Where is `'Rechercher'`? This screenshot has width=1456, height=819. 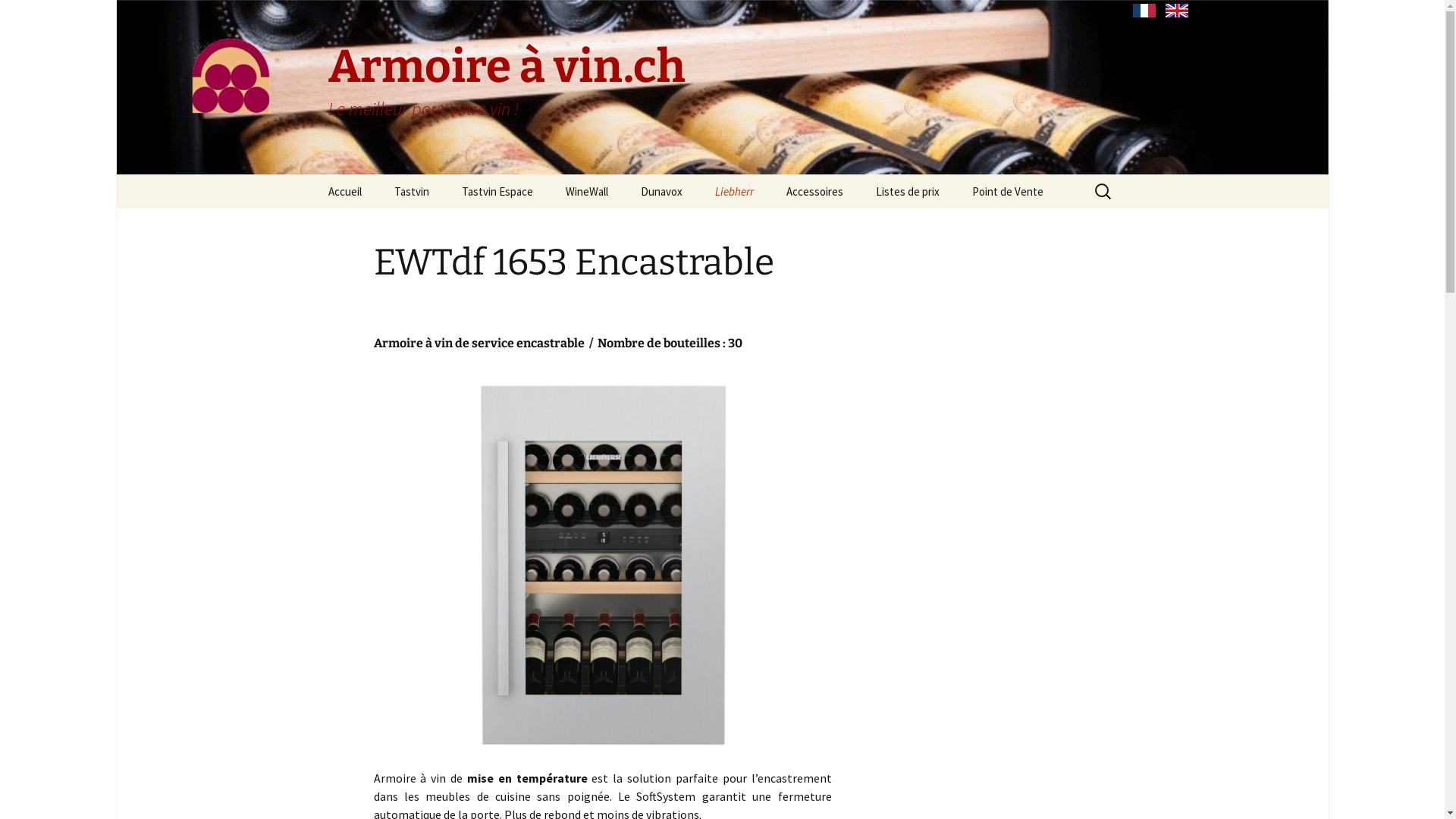 'Rechercher' is located at coordinates (18, 17).